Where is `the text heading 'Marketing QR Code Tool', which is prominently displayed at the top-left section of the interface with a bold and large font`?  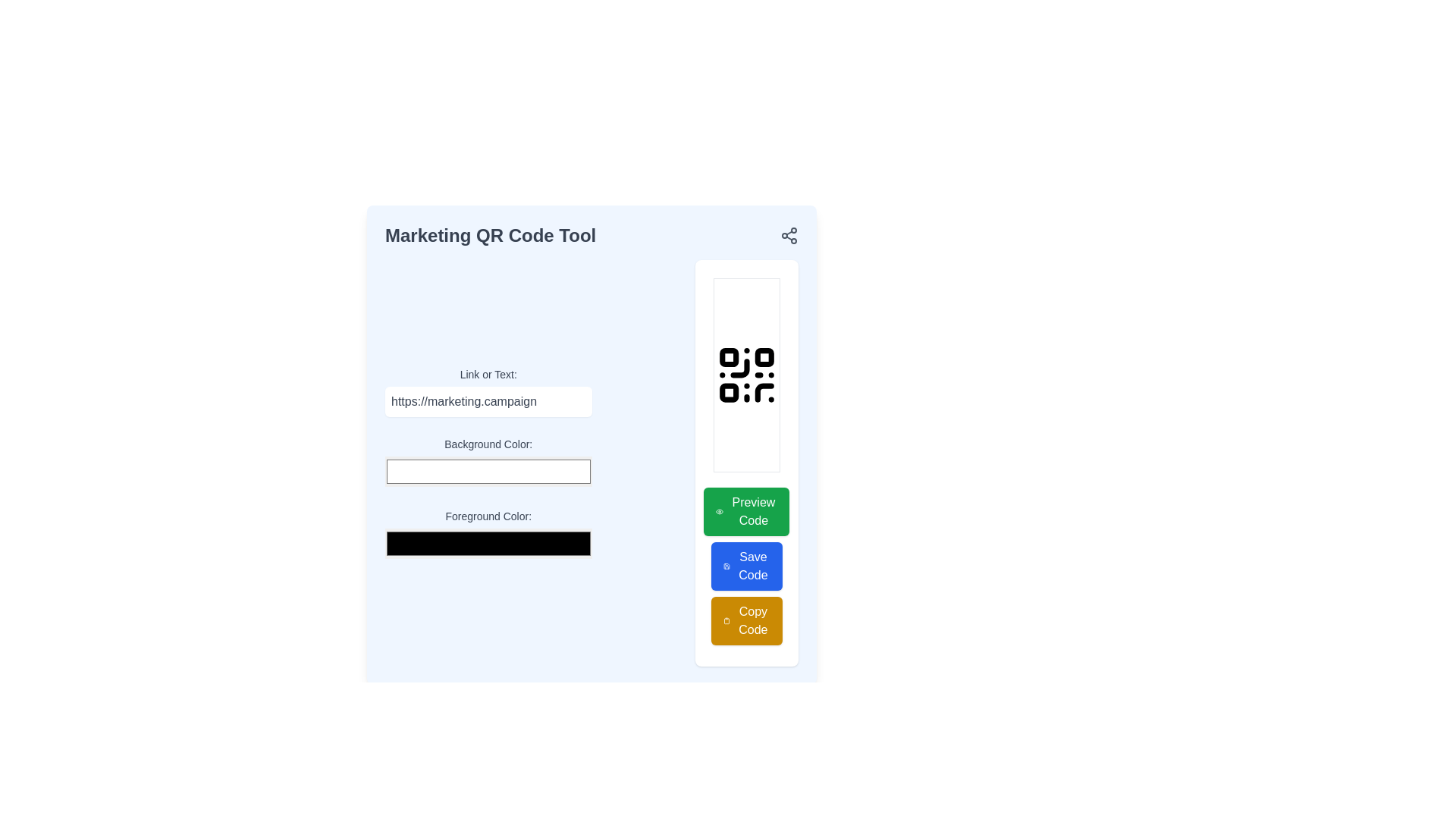
the text heading 'Marketing QR Code Tool', which is prominently displayed at the top-left section of the interface with a bold and large font is located at coordinates (491, 236).